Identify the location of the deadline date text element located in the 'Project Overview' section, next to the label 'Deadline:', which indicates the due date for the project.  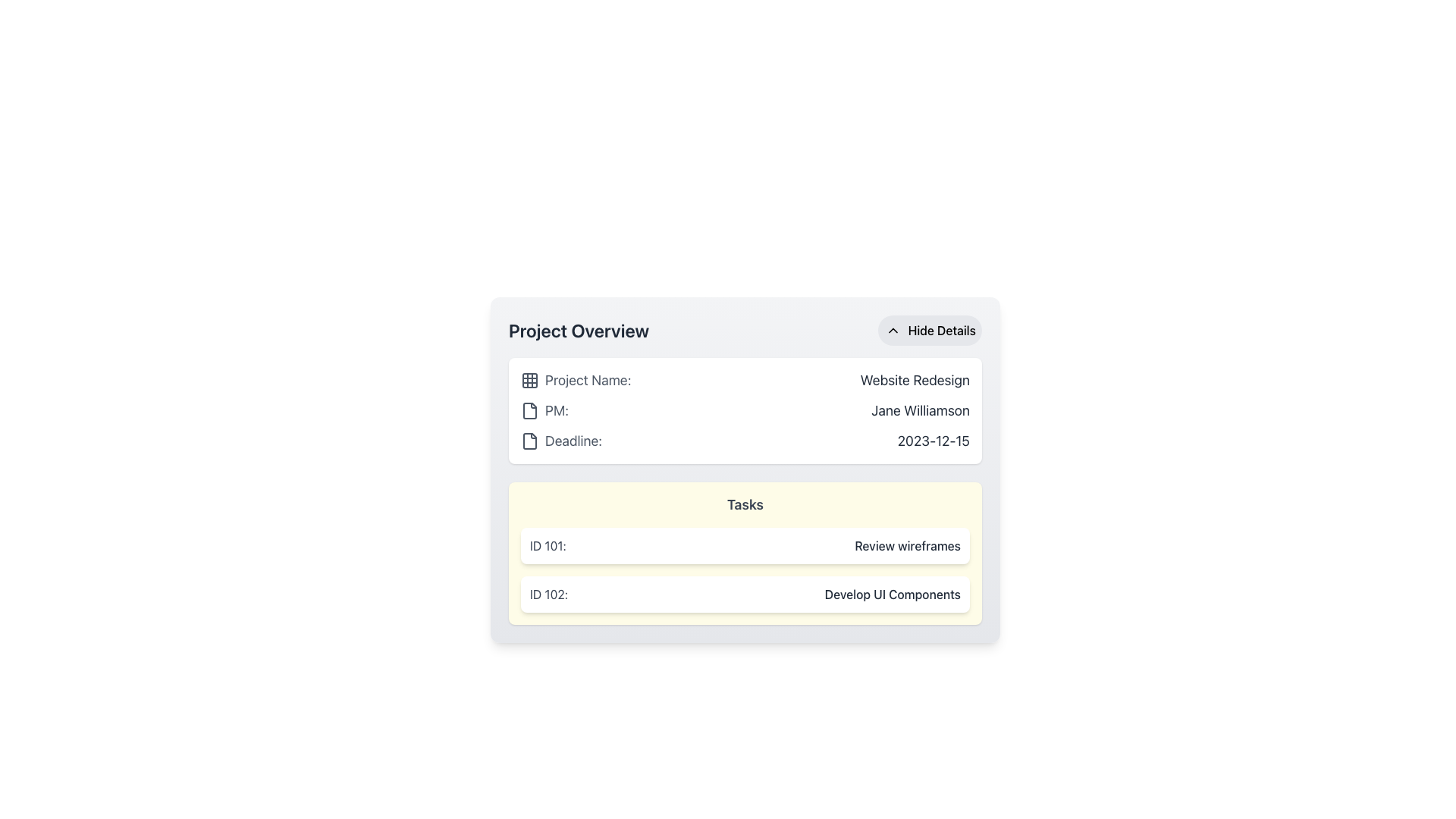
(933, 441).